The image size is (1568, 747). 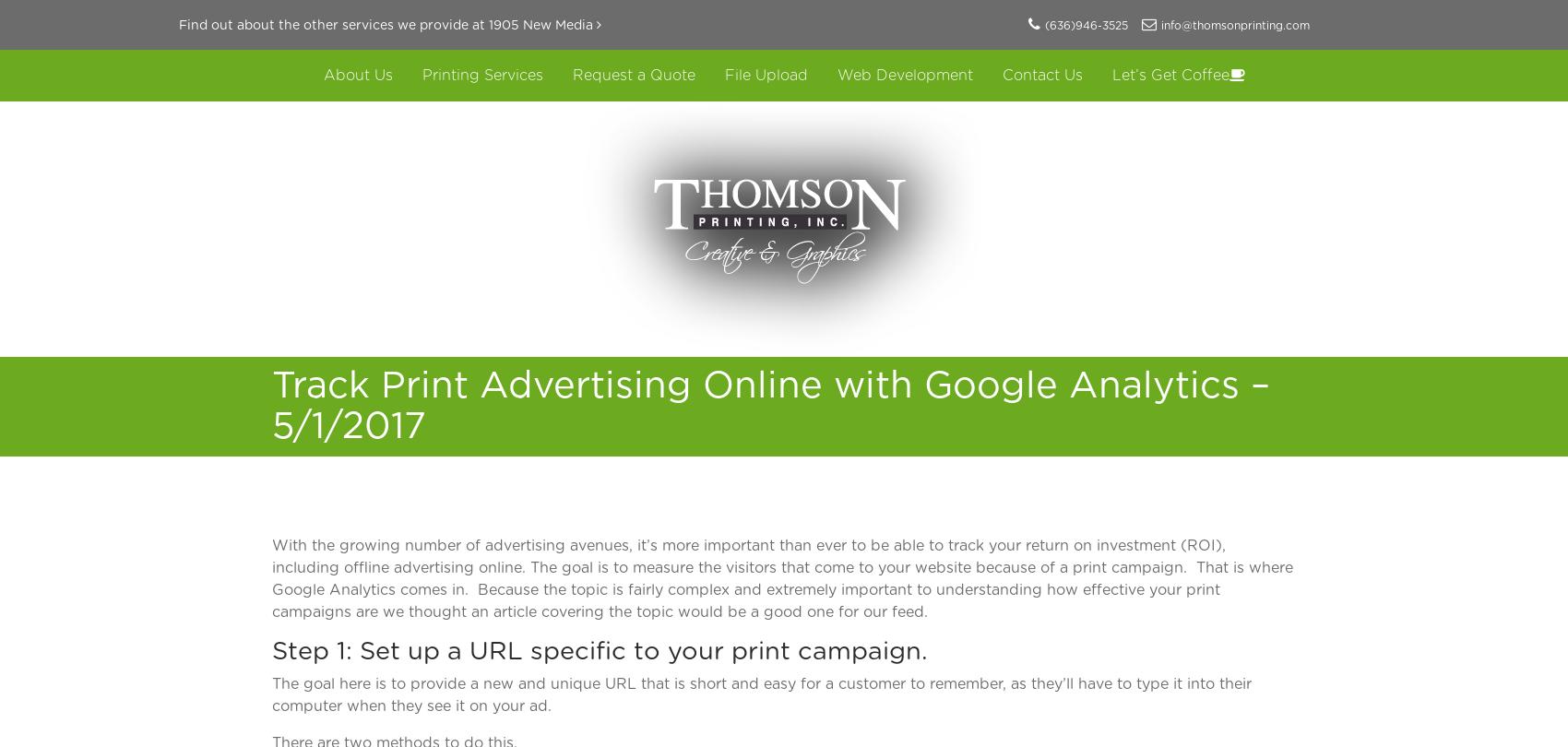 What do you see at coordinates (761, 693) in the screenshot?
I see `'The goal here is to provide a new and unique URL that is short and easy for a customer to remember, as they’ll have to type it into their computer when they see it on your ad.'` at bounding box center [761, 693].